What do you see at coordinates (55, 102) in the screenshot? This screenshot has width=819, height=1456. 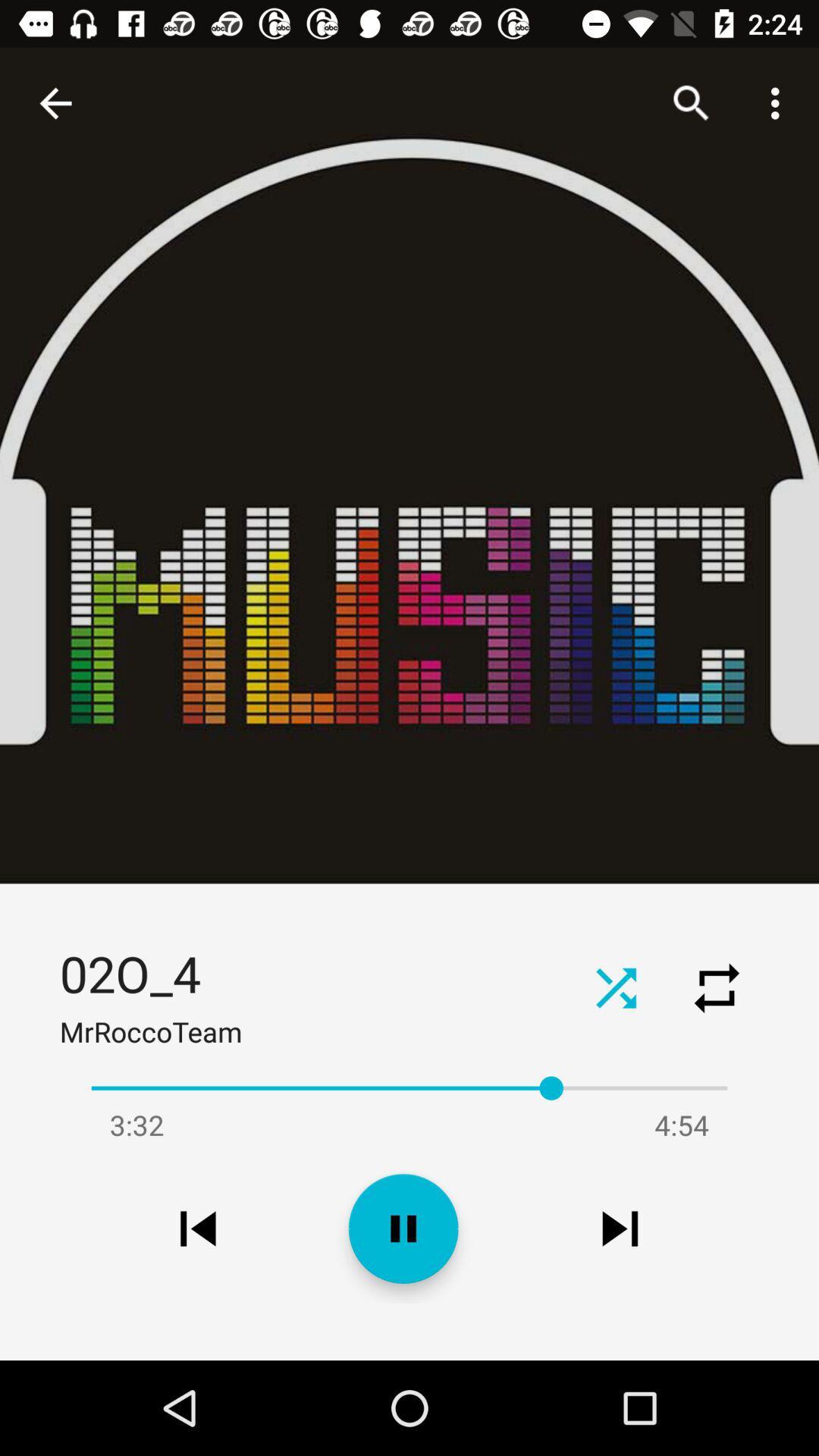 I see `icon at the top left corner` at bounding box center [55, 102].